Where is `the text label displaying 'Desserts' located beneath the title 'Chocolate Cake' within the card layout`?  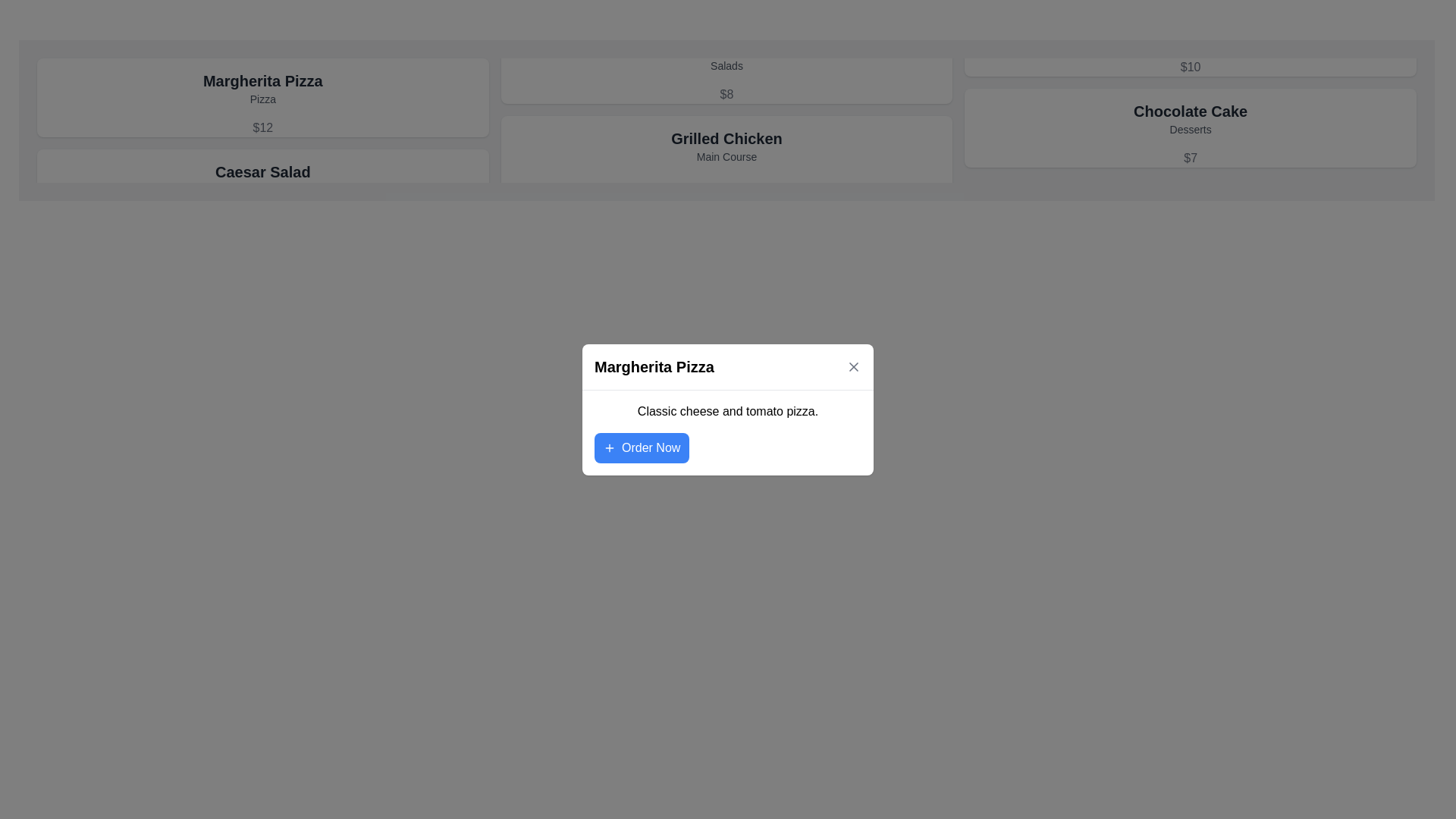
the text label displaying 'Desserts' located beneath the title 'Chocolate Cake' within the card layout is located at coordinates (1190, 128).